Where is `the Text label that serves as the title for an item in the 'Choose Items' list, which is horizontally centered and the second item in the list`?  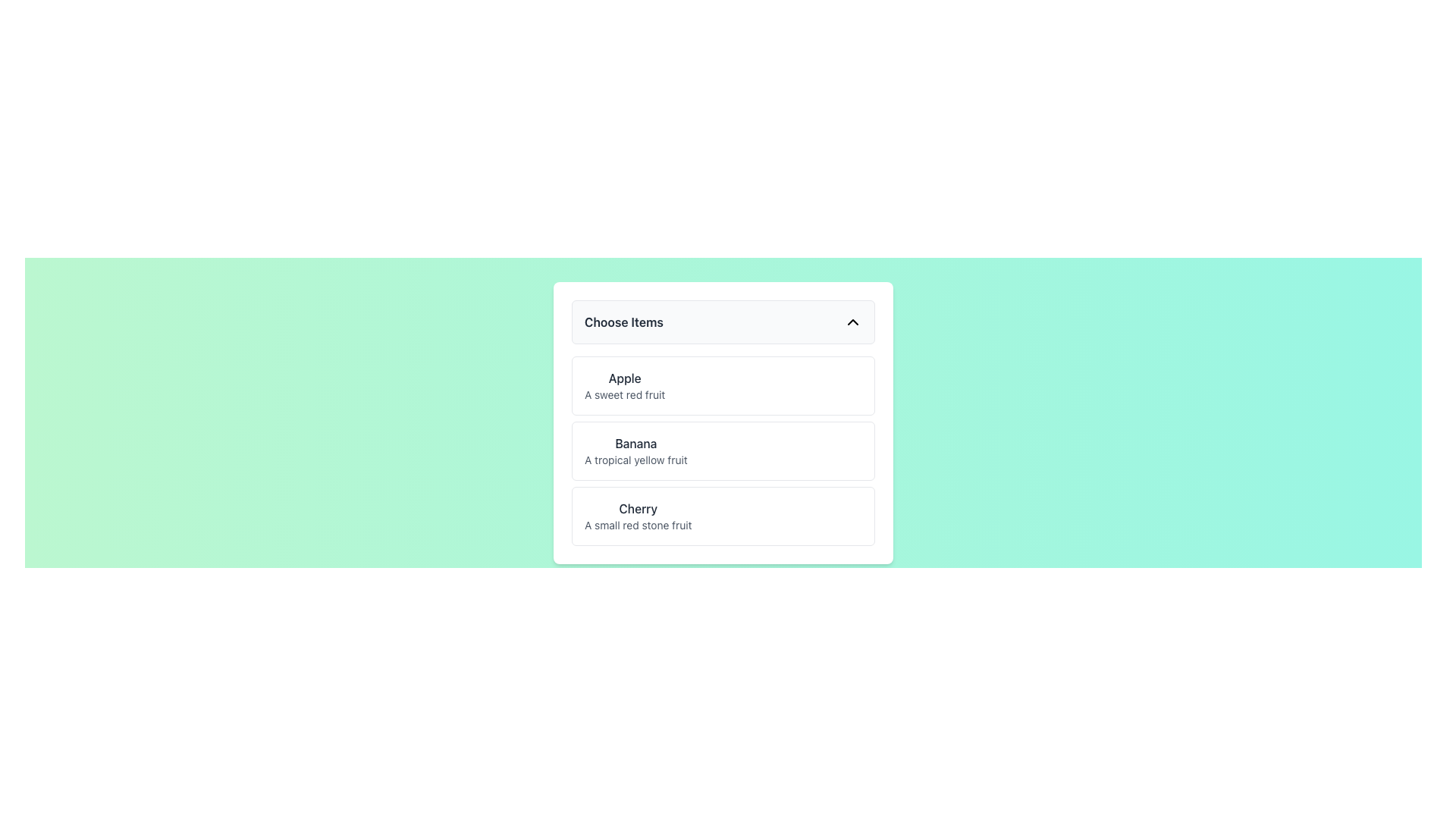 the Text label that serves as the title for an item in the 'Choose Items' list, which is horizontally centered and the second item in the list is located at coordinates (635, 444).